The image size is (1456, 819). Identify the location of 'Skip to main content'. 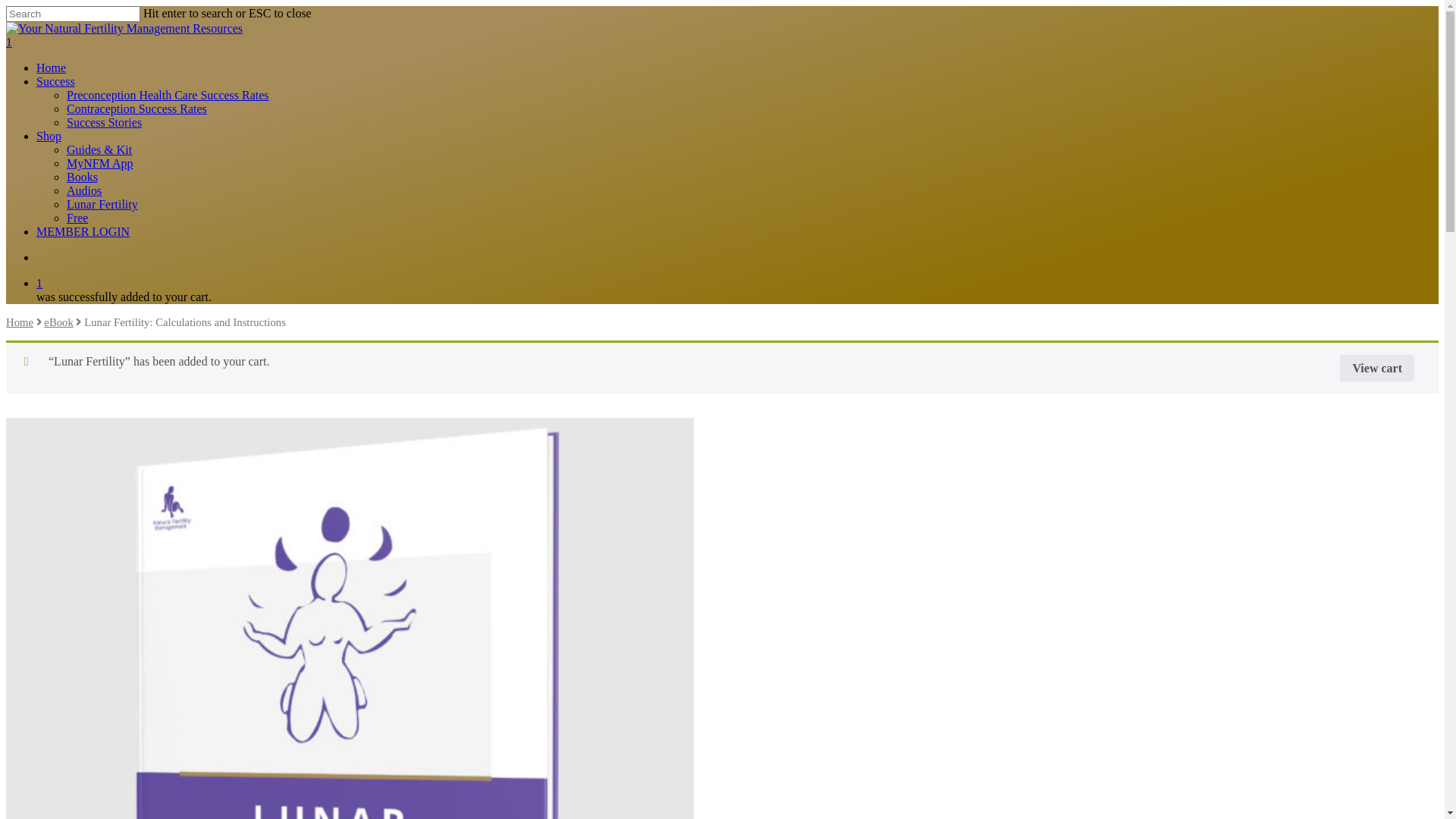
(5, 5).